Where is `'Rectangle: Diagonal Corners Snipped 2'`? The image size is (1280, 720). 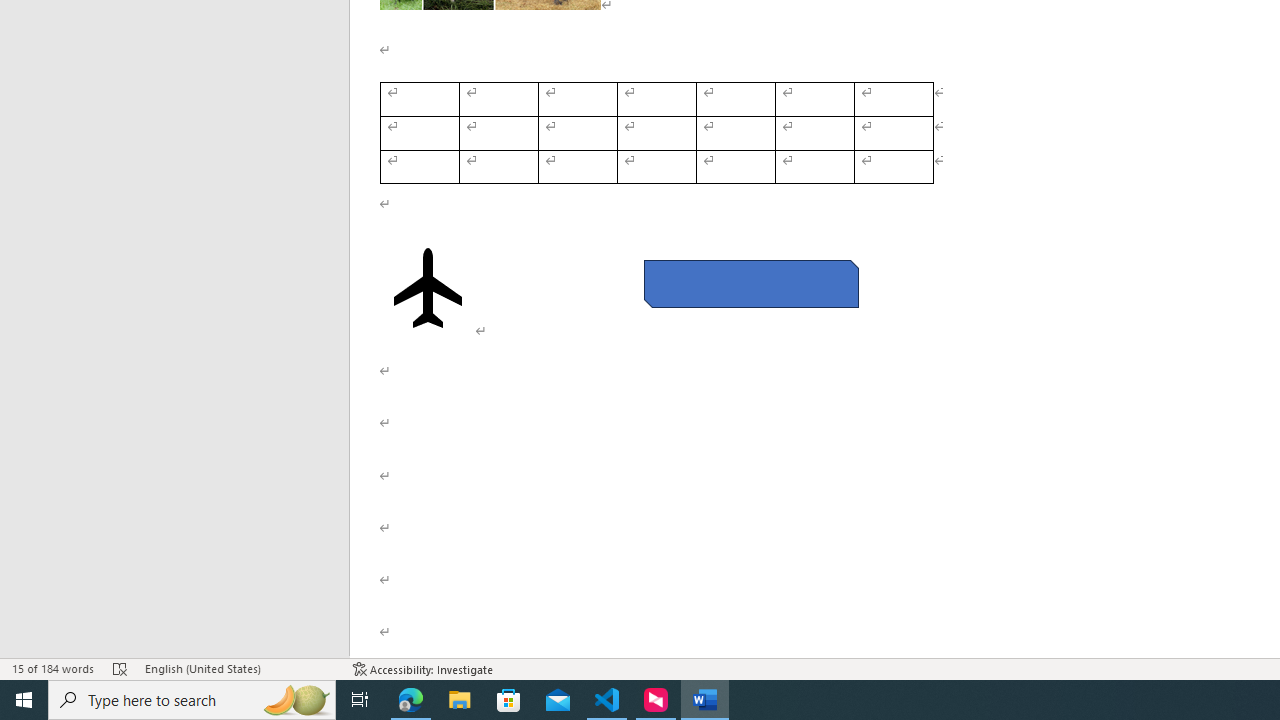
'Rectangle: Diagonal Corners Snipped 2' is located at coordinates (750, 284).